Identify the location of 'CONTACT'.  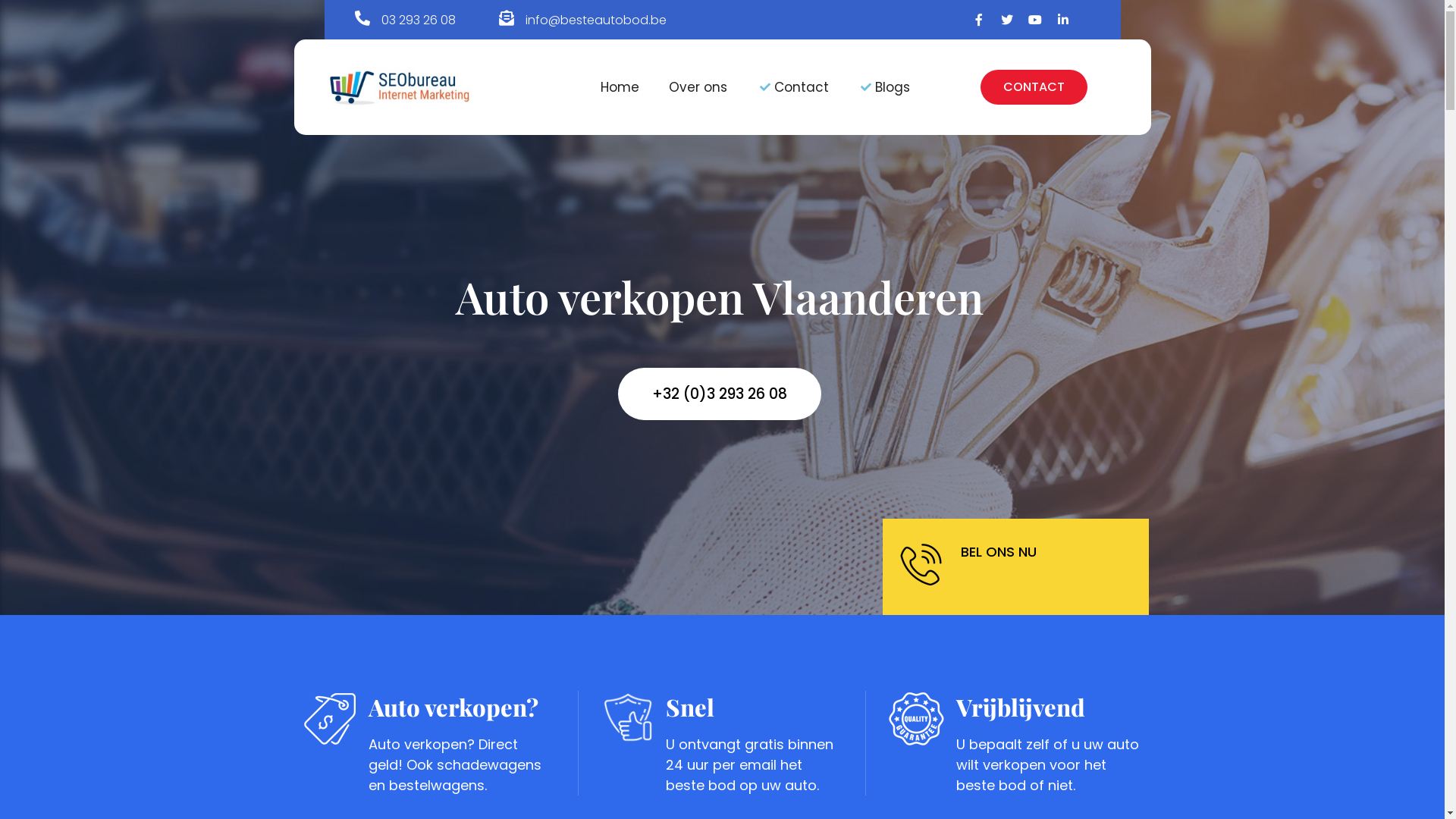
(1033, 87).